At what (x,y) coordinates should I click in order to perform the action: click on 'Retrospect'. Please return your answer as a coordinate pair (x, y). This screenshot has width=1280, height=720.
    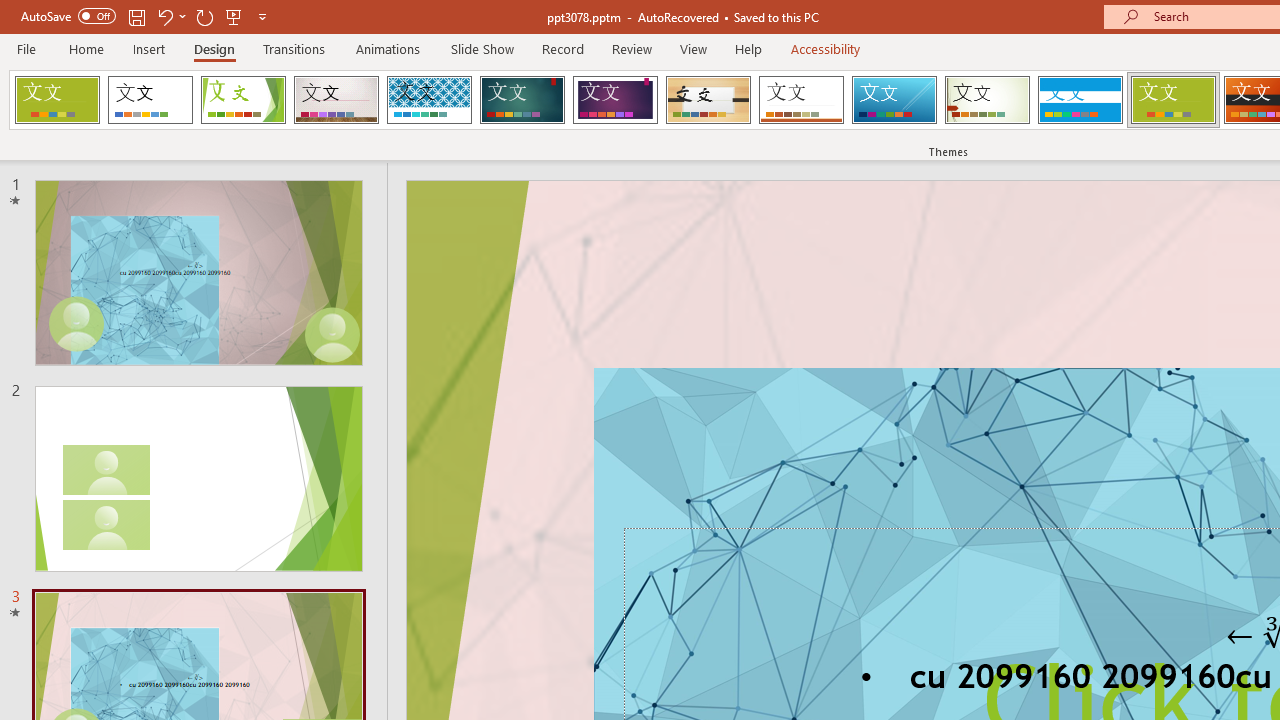
    Looking at the image, I should click on (801, 100).